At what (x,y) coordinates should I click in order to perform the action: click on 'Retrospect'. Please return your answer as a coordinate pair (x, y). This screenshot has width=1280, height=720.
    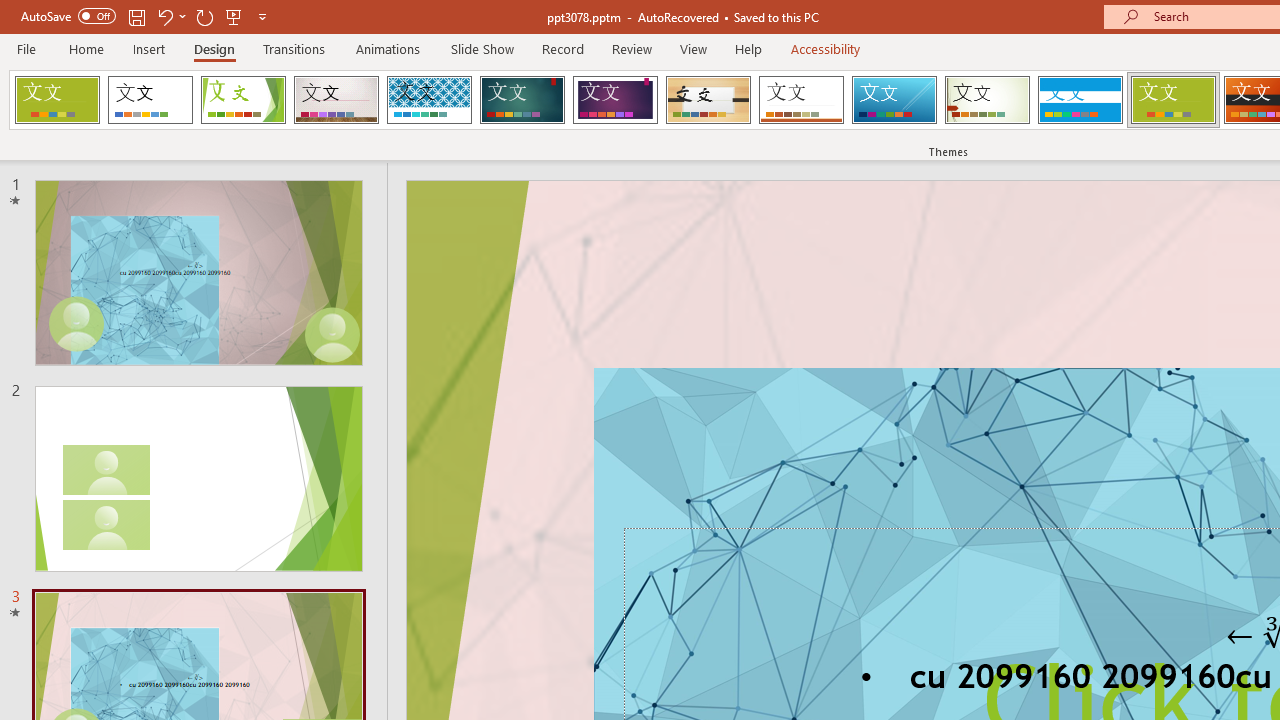
    Looking at the image, I should click on (801, 100).